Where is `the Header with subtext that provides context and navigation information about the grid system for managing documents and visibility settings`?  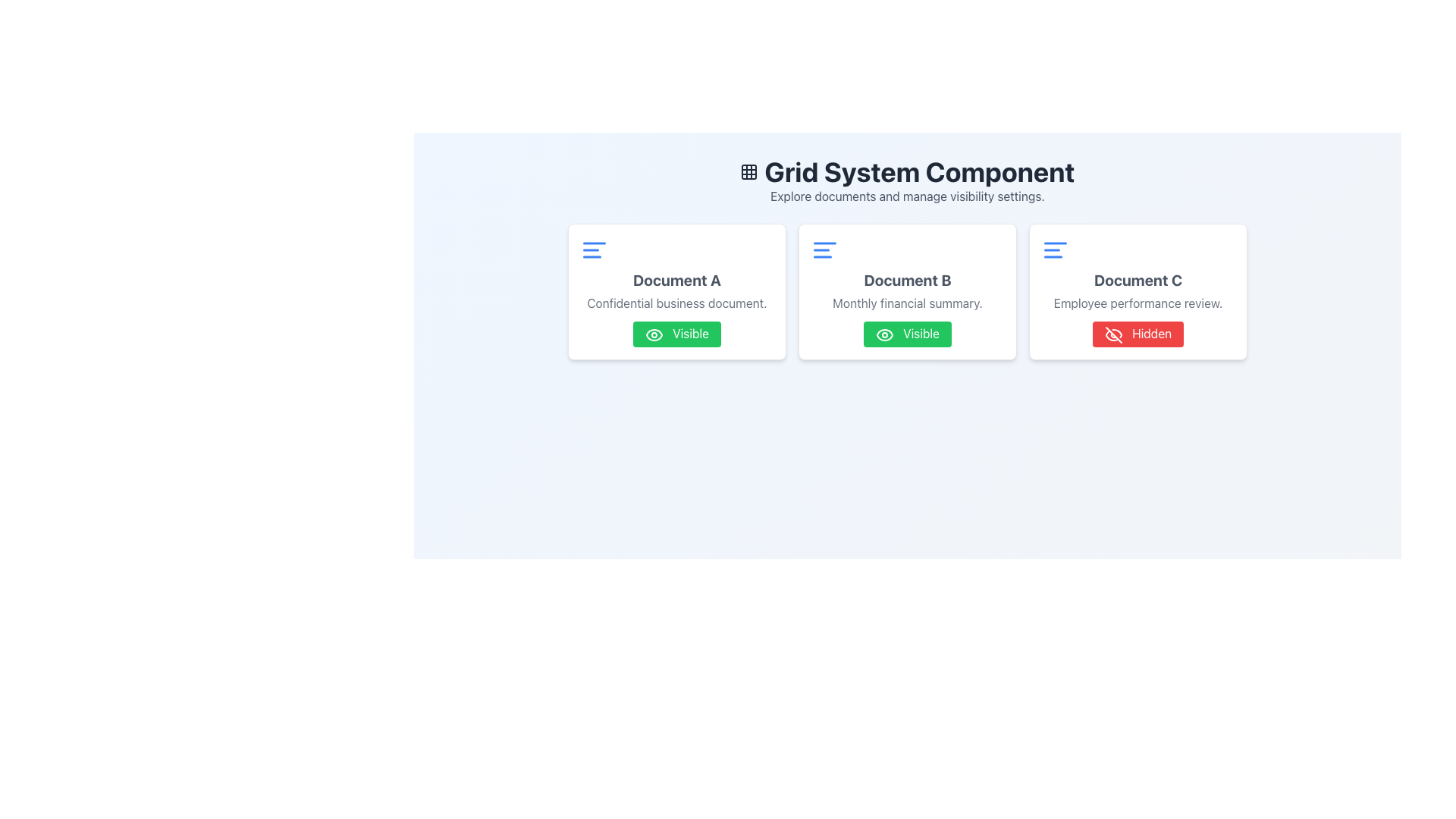 the Header with subtext that provides context and navigation information about the grid system for managing documents and visibility settings is located at coordinates (907, 180).